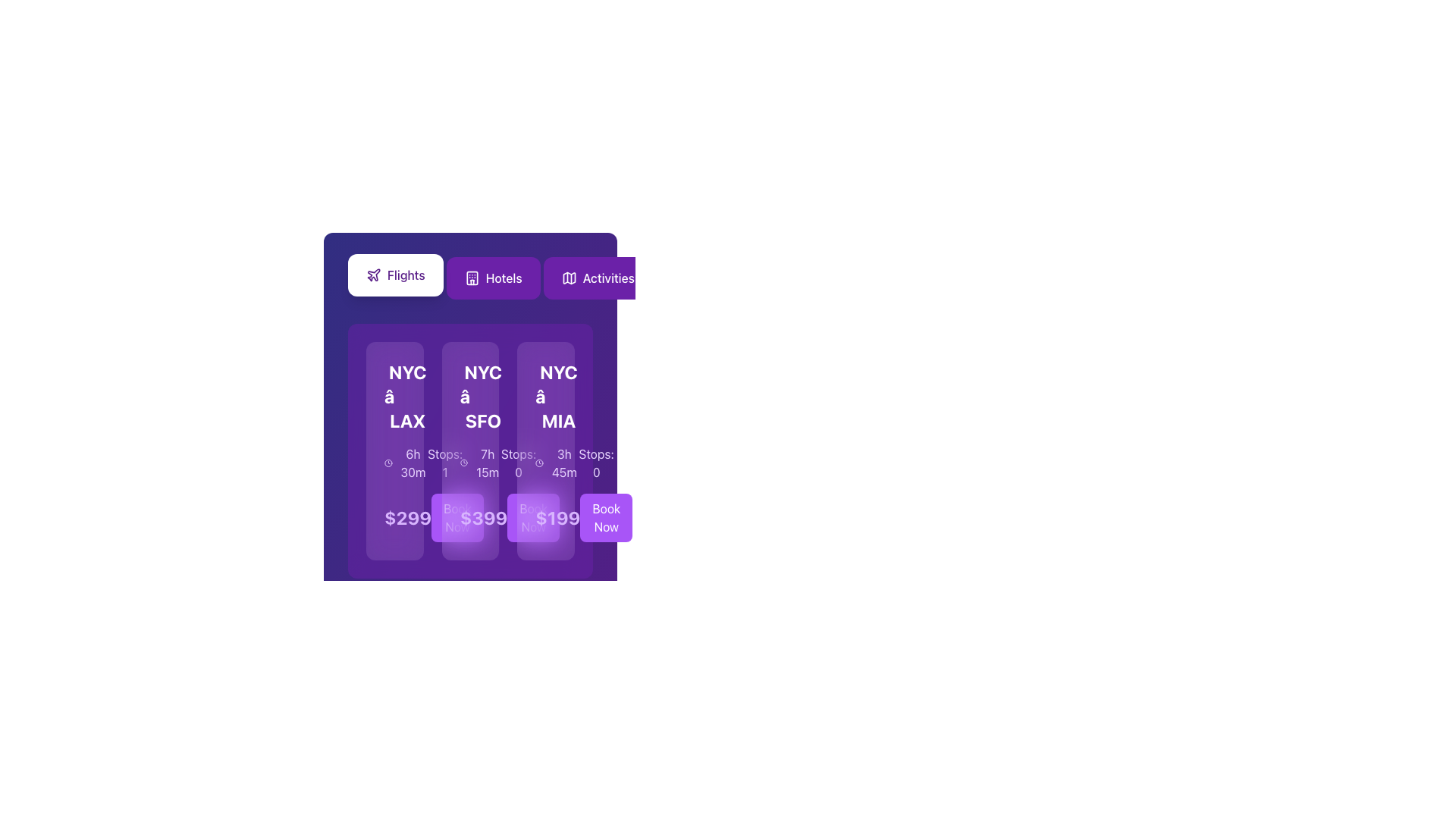  I want to click on text displaying the flight duration located under the 'NYC à SFO' column, next to the 'Stops' label and above the 'Book Now' button, so click(479, 462).